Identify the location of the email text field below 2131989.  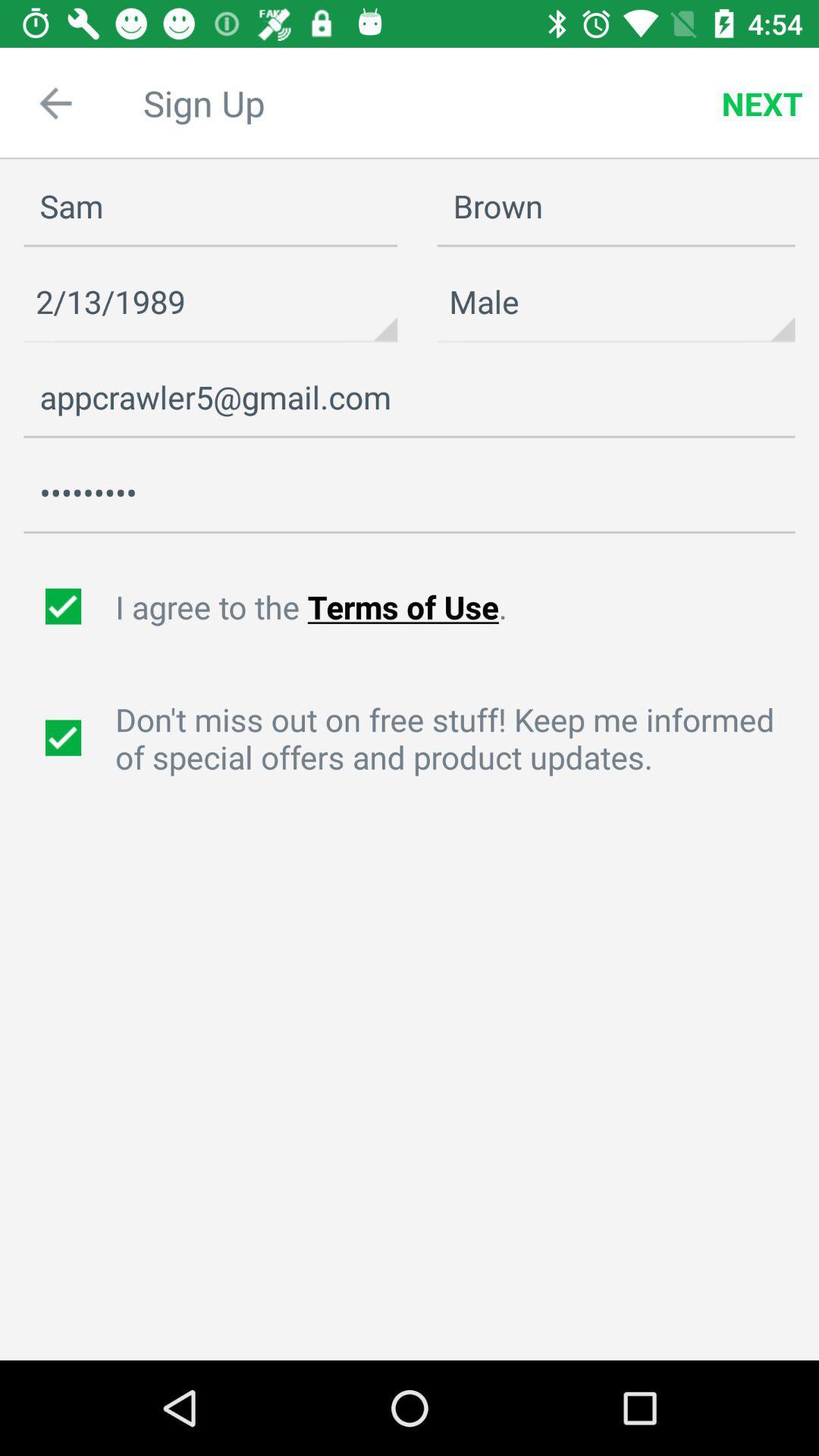
(409, 397).